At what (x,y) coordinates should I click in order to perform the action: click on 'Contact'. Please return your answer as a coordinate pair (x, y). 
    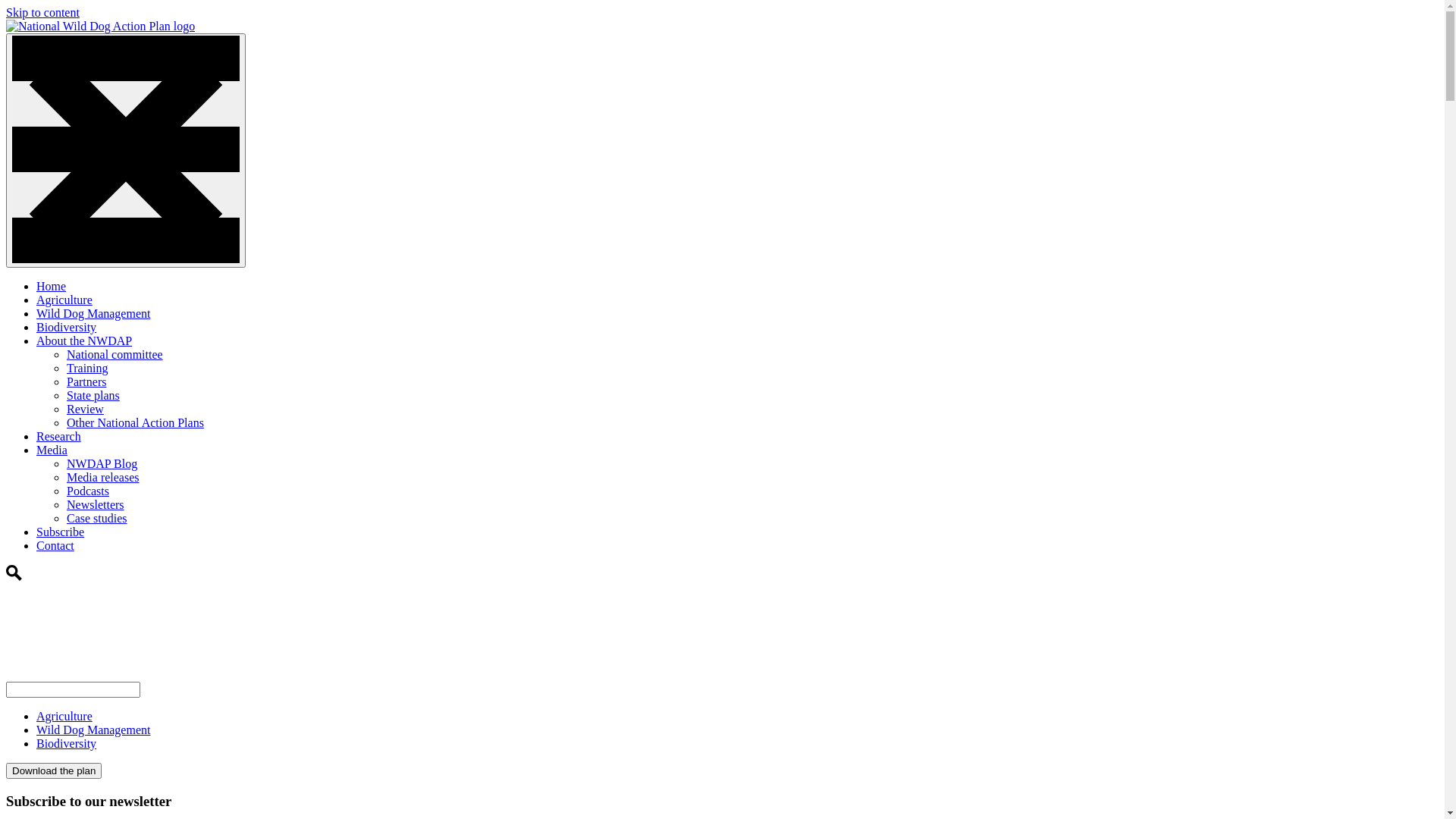
    Looking at the image, I should click on (55, 544).